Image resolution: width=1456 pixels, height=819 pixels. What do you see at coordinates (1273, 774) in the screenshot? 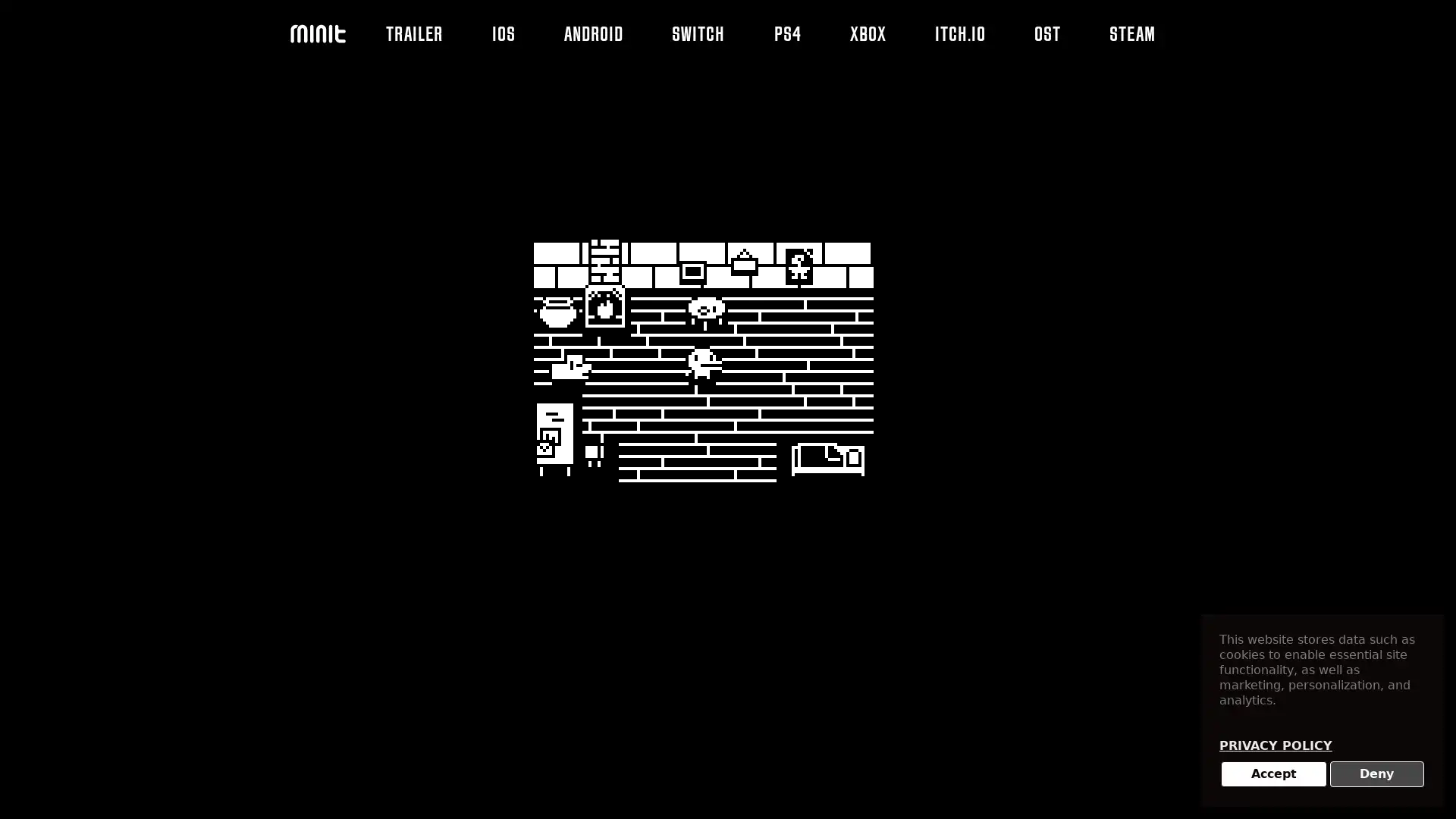
I see `Accept` at bounding box center [1273, 774].